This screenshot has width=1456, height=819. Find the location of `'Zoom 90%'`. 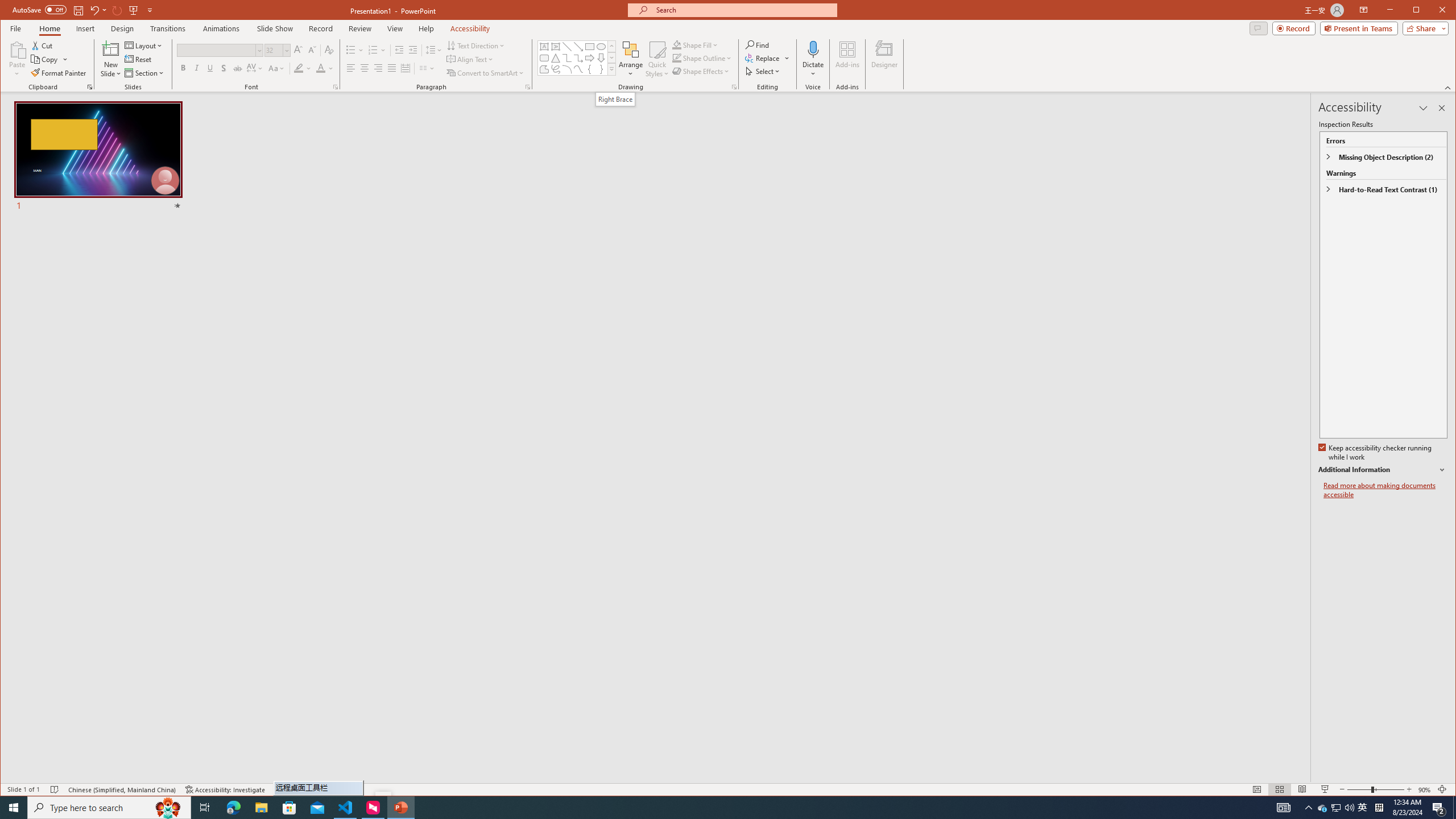

'Zoom 90%' is located at coordinates (1424, 789).